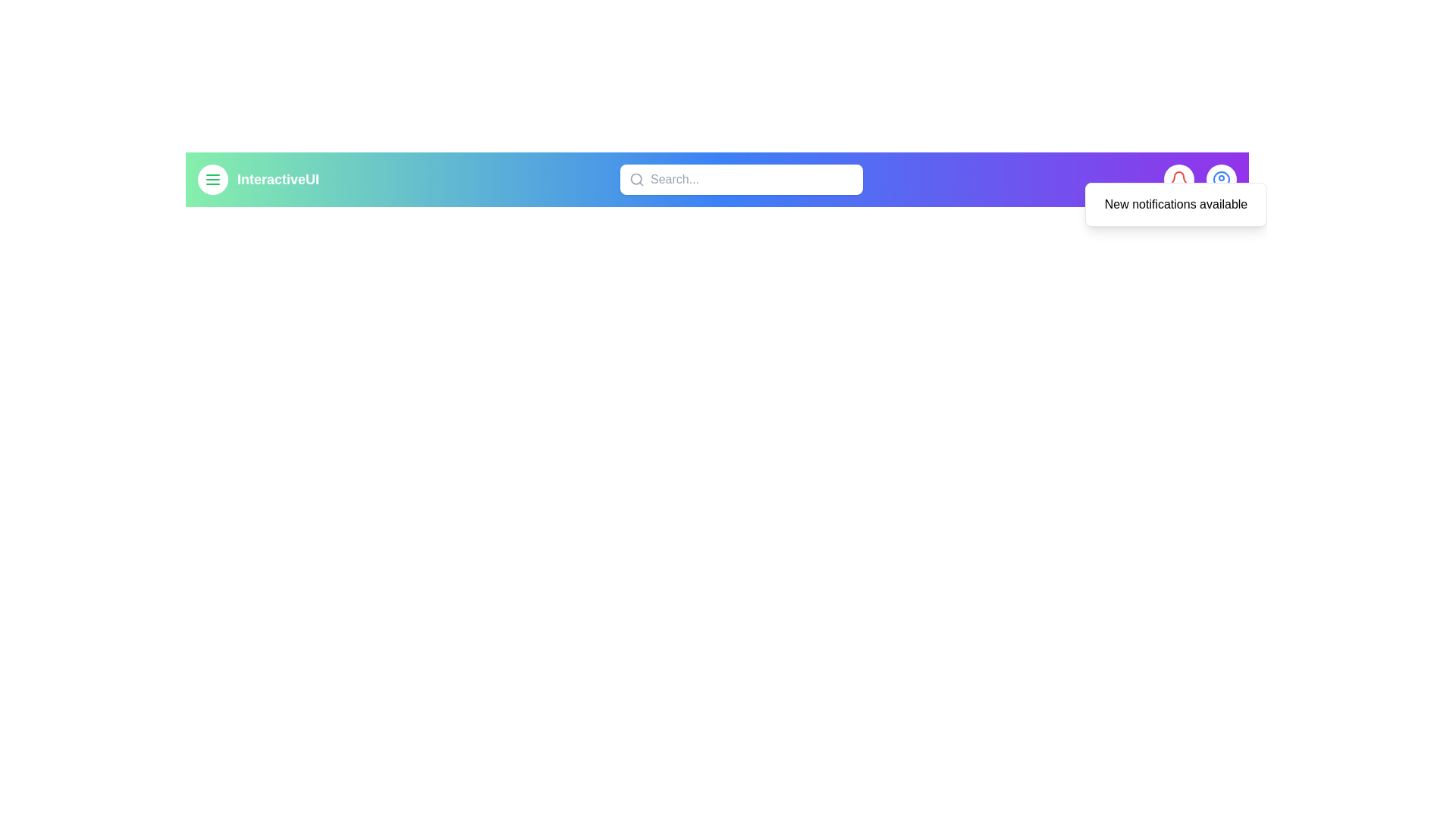  What do you see at coordinates (212, 178) in the screenshot?
I see `the menu button to reveal navigation options` at bounding box center [212, 178].